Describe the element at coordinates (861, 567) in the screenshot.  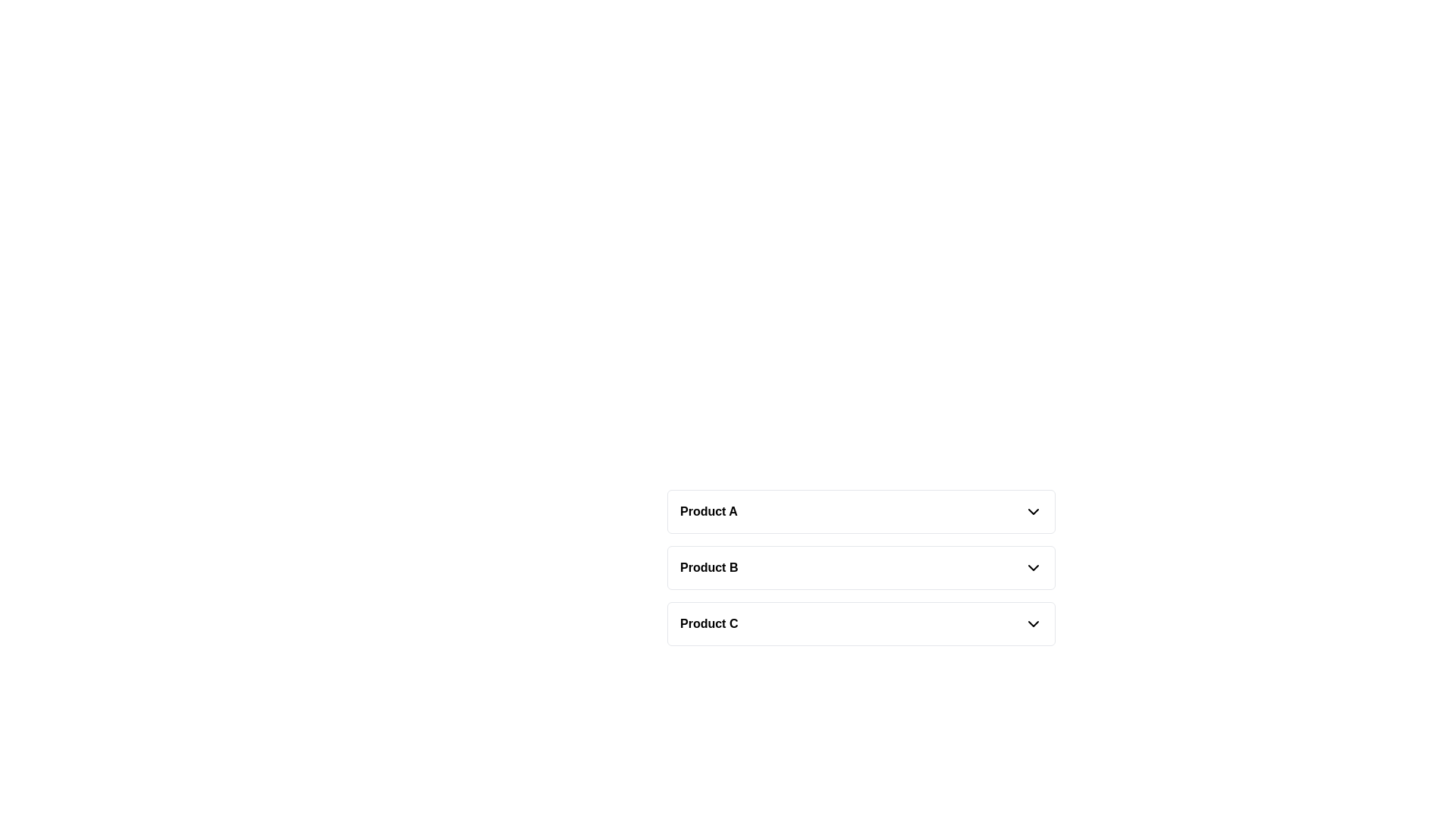
I see `the second list item labeled 'Product B'` at that location.